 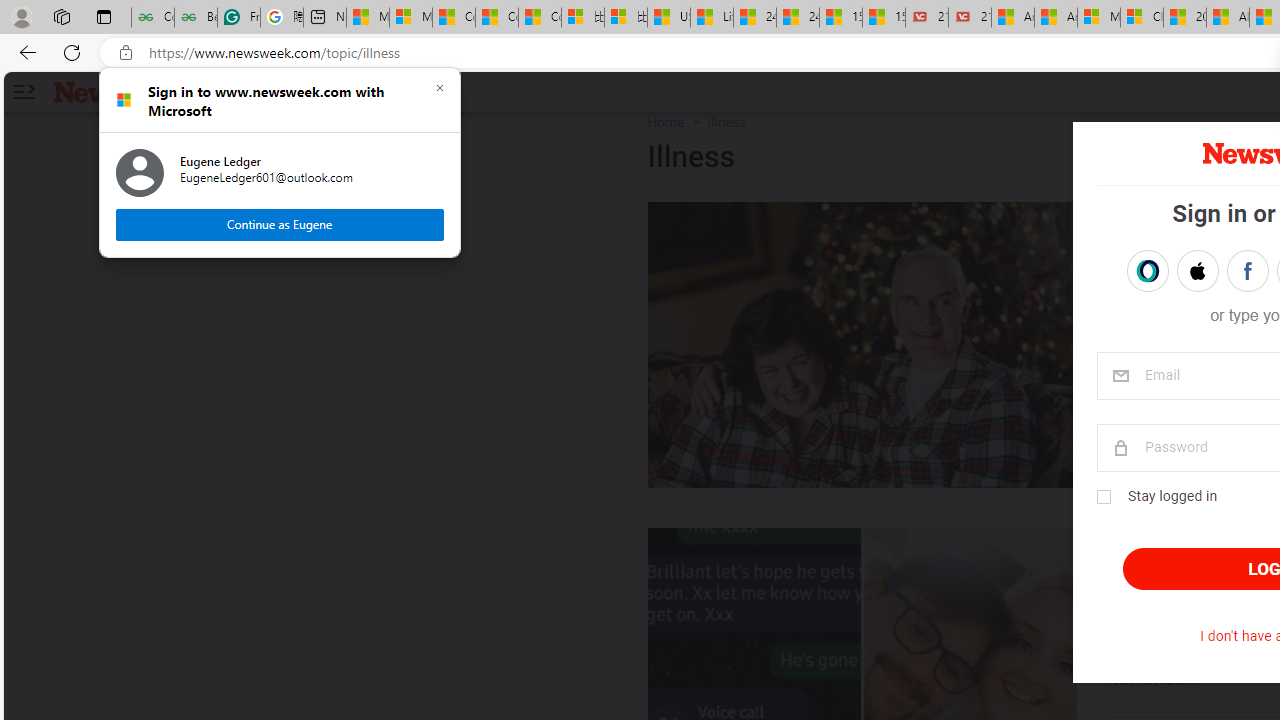 I want to click on '21 Movies That Outdid the Books They Were Based On', so click(x=969, y=17).